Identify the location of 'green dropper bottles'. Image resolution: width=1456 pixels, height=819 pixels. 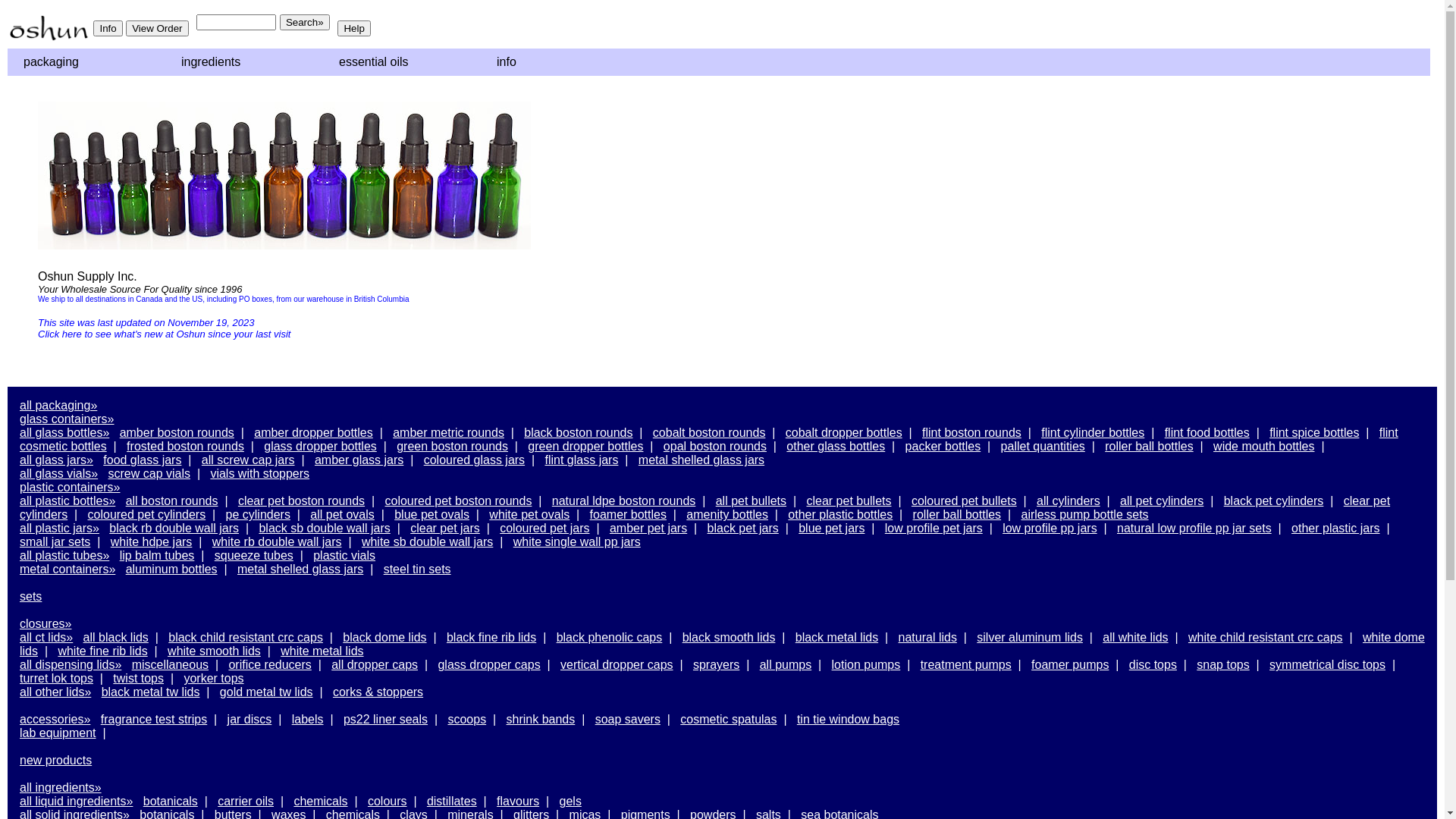
(585, 445).